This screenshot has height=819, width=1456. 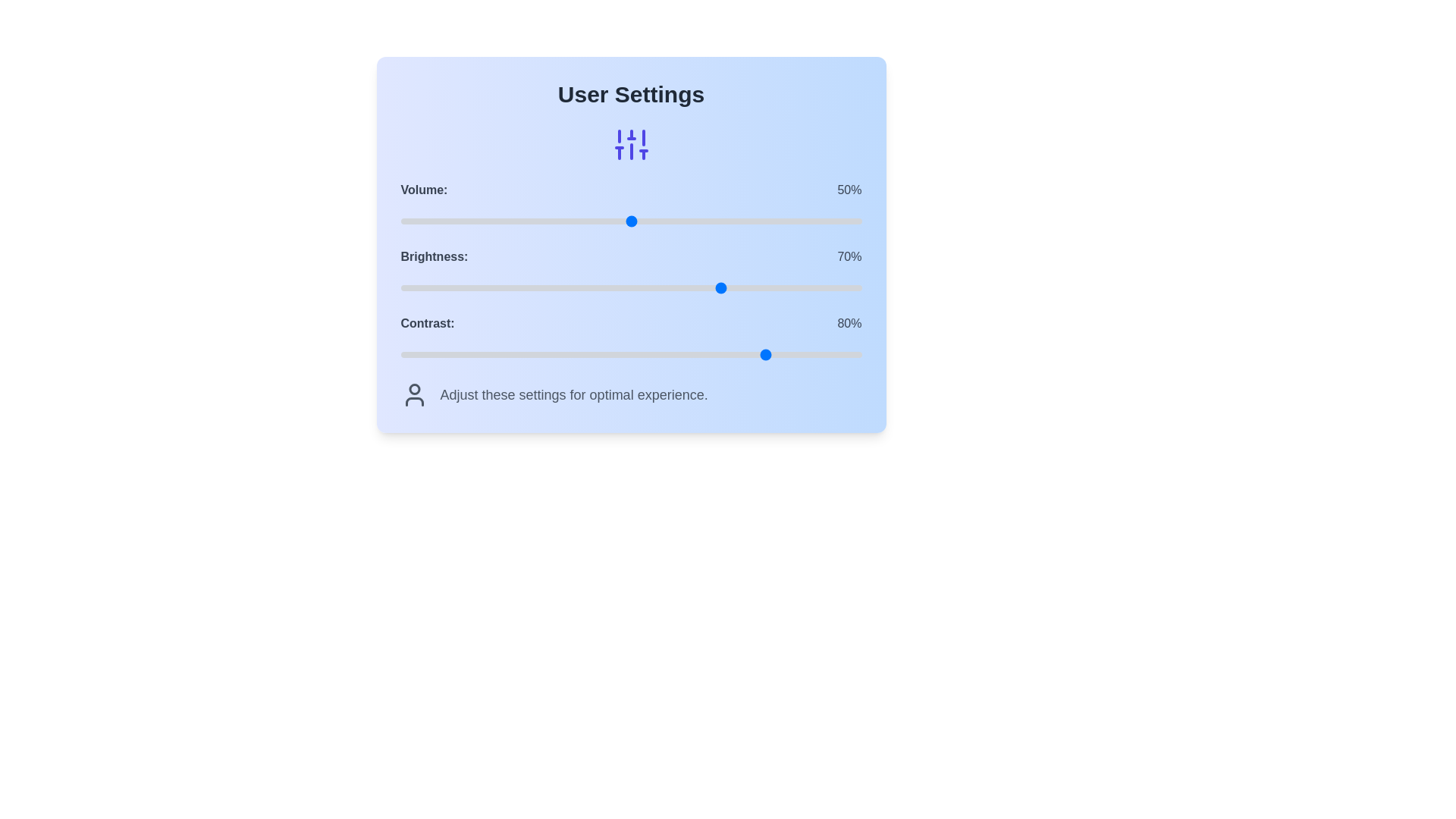 What do you see at coordinates (534, 354) in the screenshot?
I see `the contrast` at bounding box center [534, 354].